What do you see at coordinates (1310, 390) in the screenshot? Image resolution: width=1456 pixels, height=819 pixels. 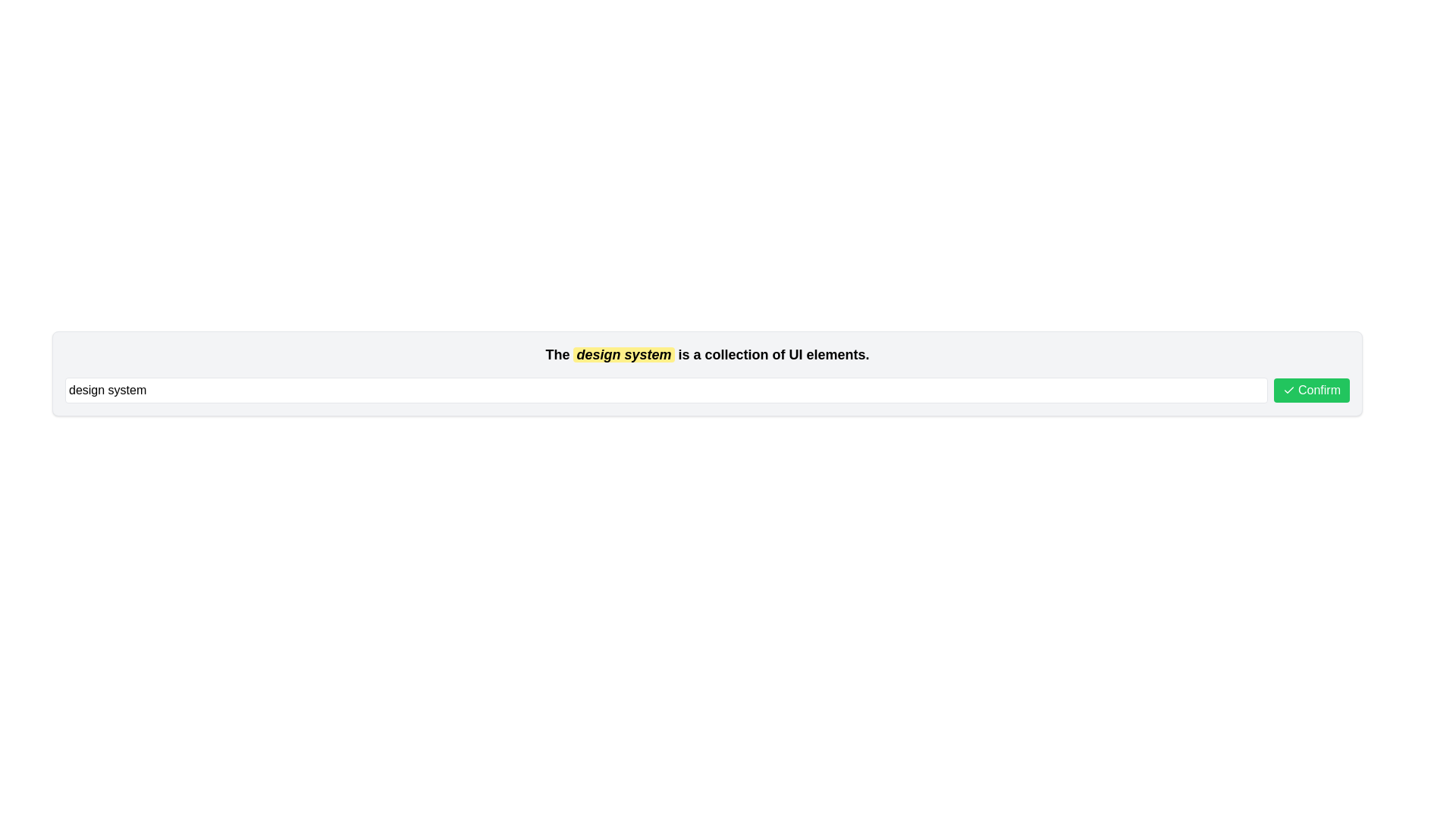 I see `the 'Confirm' button with a green background and white text` at bounding box center [1310, 390].